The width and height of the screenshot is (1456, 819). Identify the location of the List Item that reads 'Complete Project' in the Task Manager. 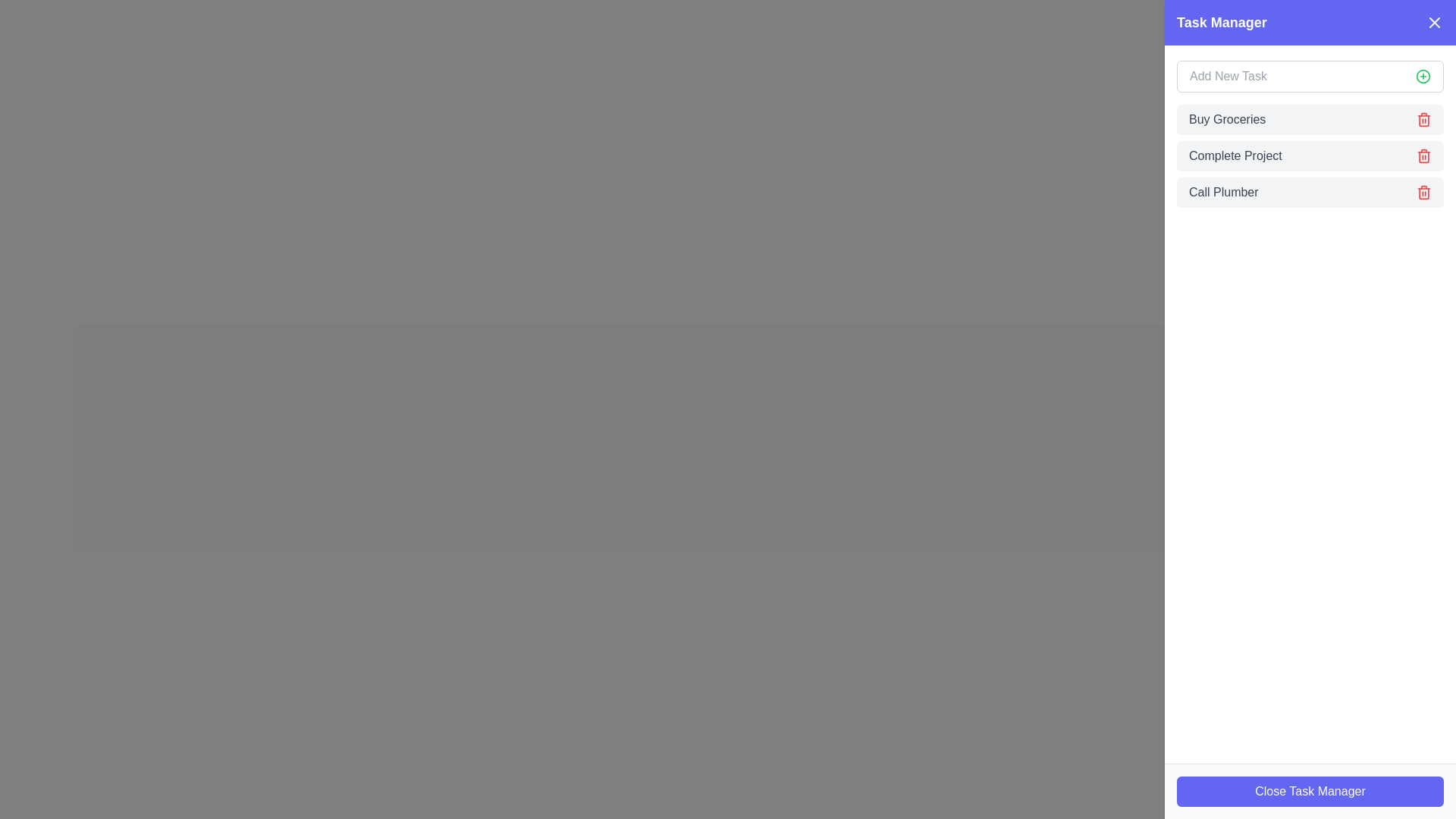
(1310, 155).